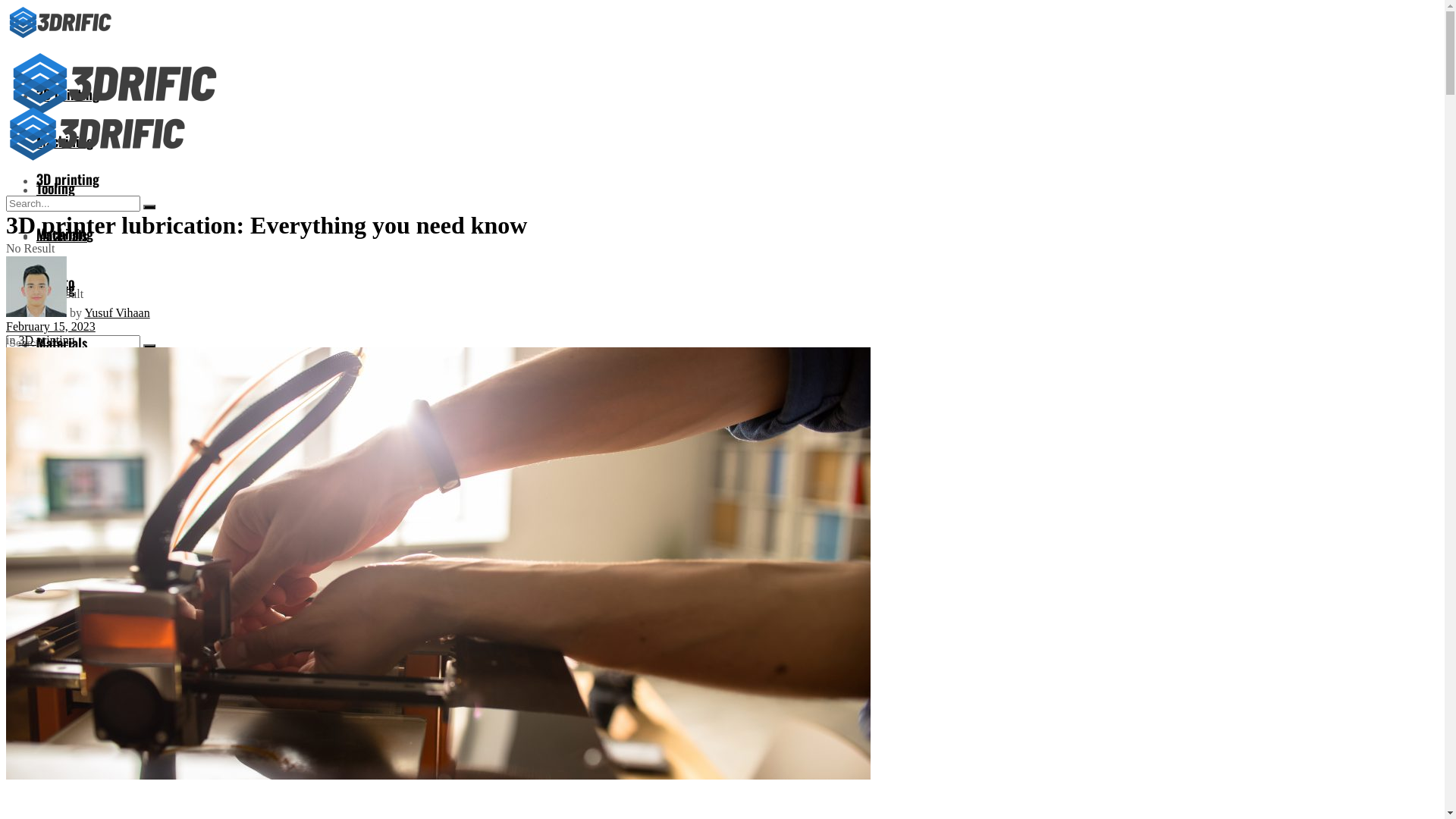 The image size is (1456, 819). What do you see at coordinates (6, 325) in the screenshot?
I see `'February 15, 2023'` at bounding box center [6, 325].